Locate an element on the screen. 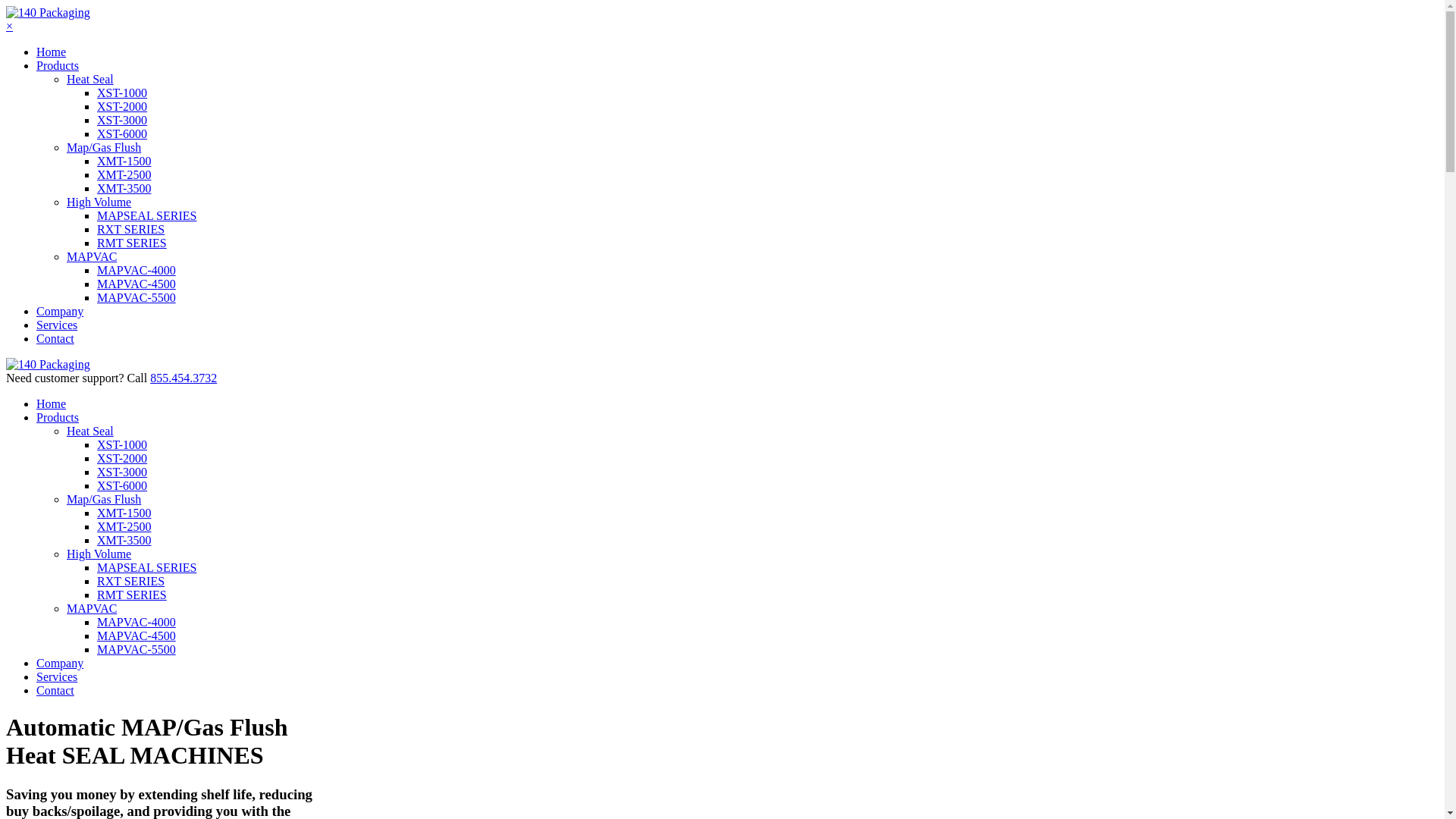 The width and height of the screenshot is (1456, 819). 'XMT-2500' is located at coordinates (124, 174).